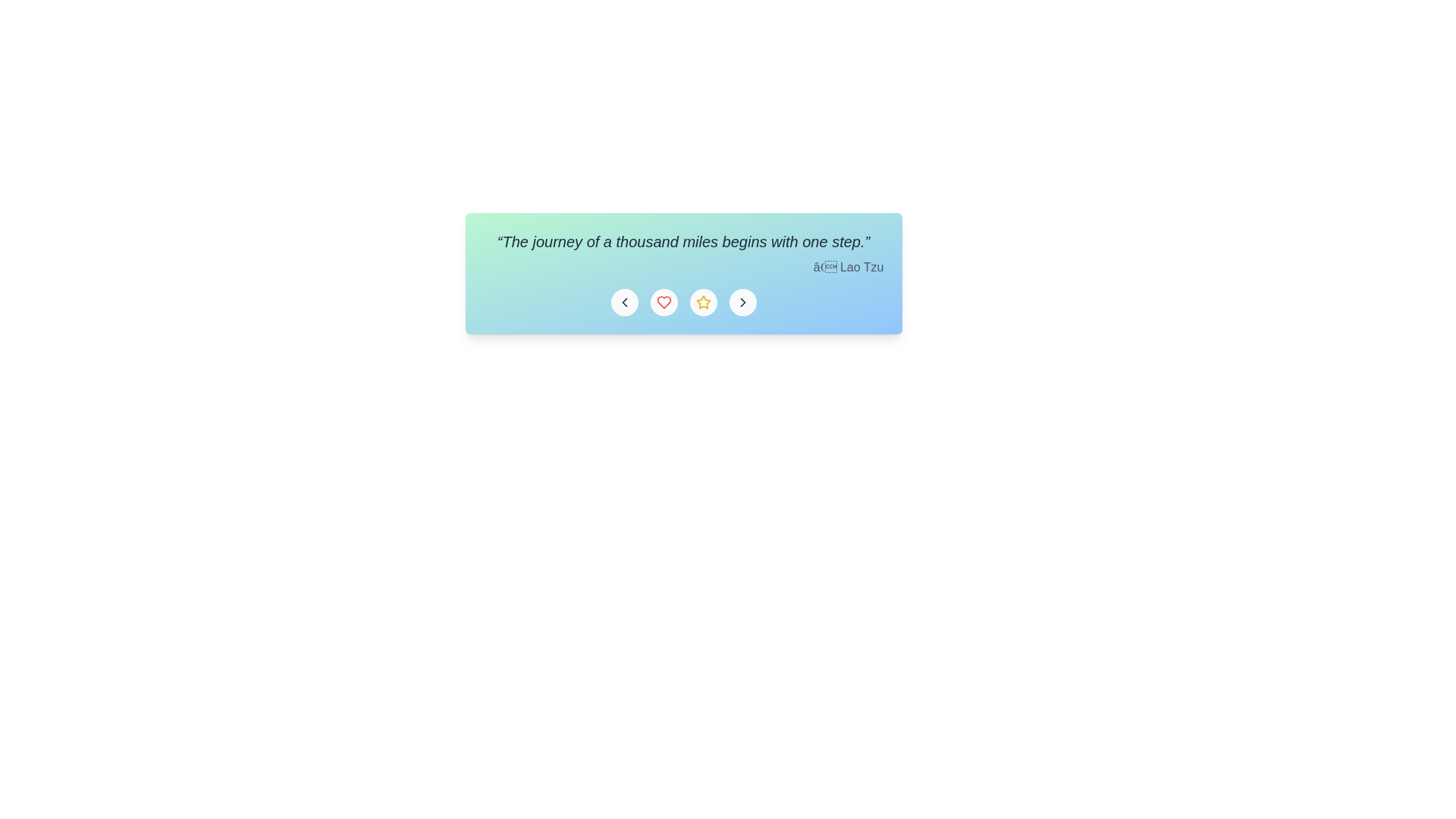 Image resolution: width=1456 pixels, height=819 pixels. Describe the element at coordinates (664, 302) in the screenshot. I see `the circular button containing a red heart icon, which symbolizes a 'like' or 'favorite' functionality, to change its background color` at that location.